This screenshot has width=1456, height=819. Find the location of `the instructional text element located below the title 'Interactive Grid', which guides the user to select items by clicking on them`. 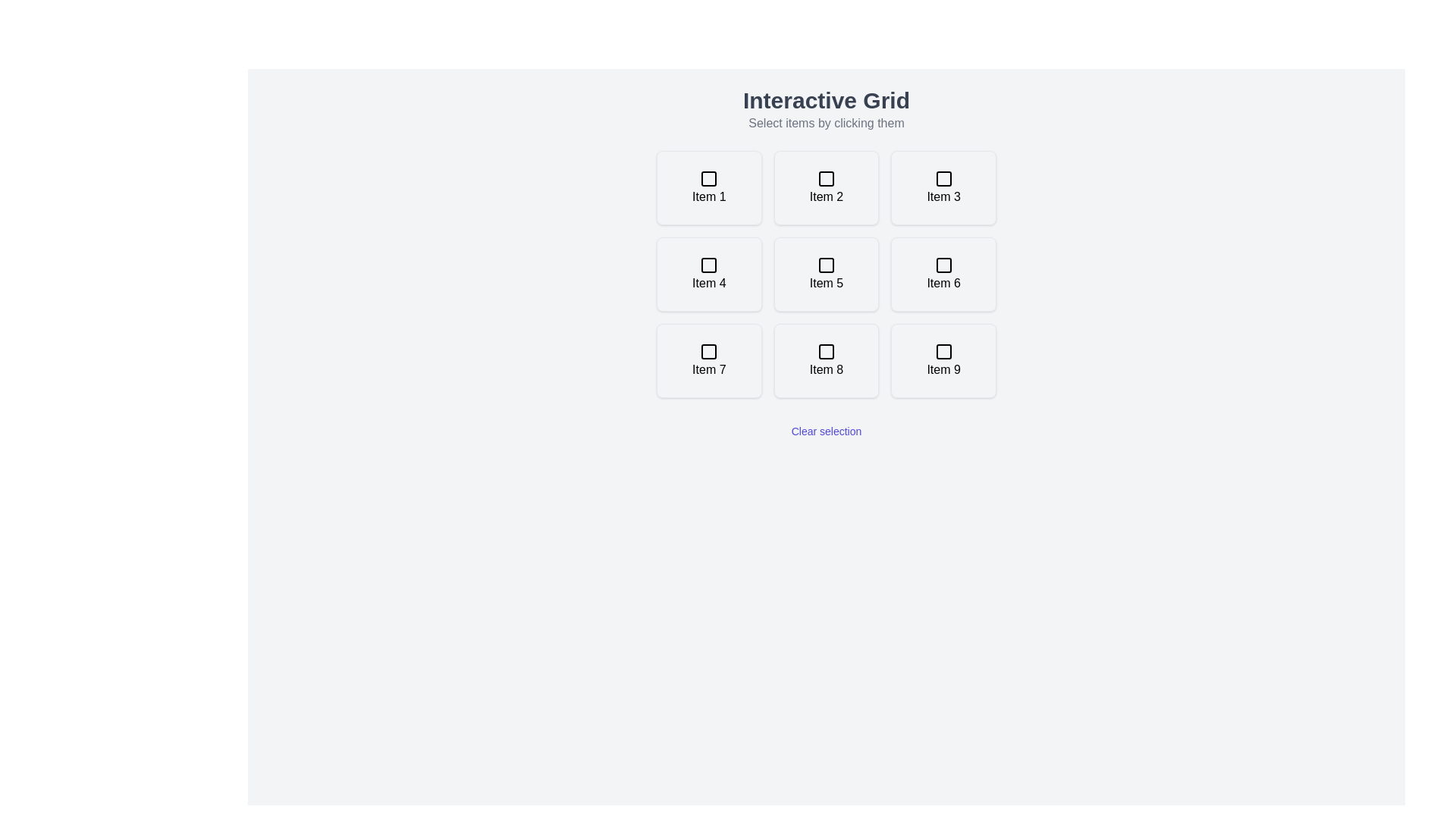

the instructional text element located below the title 'Interactive Grid', which guides the user to select items by clicking on them is located at coordinates (825, 122).